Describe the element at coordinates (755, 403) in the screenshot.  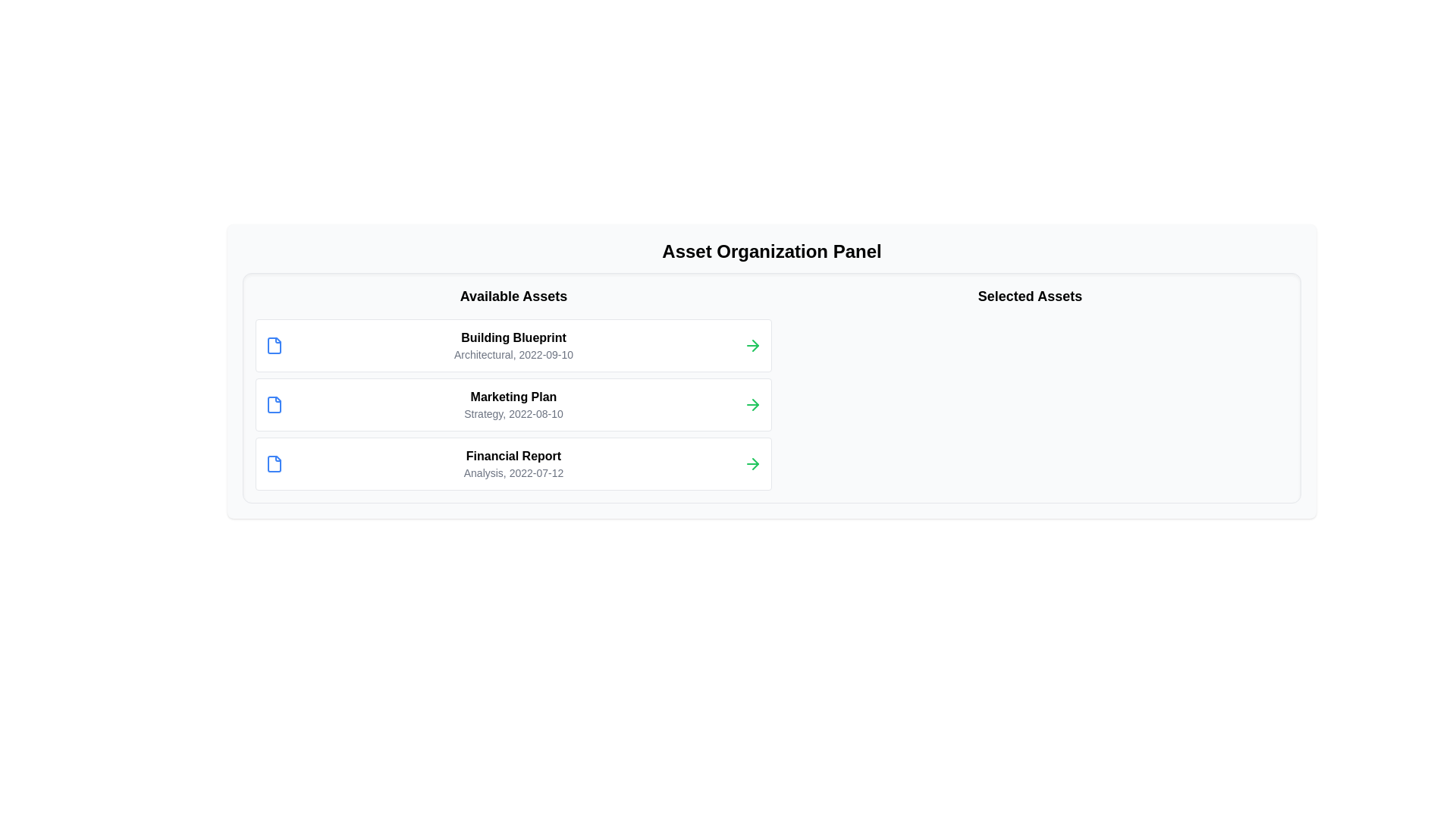
I see `the green right arrow-shaped icon located in the middle row of the 'Available Assets' panel, to the right of the 'Marketing Plan, Strategy, 2022-08-10' row` at that location.